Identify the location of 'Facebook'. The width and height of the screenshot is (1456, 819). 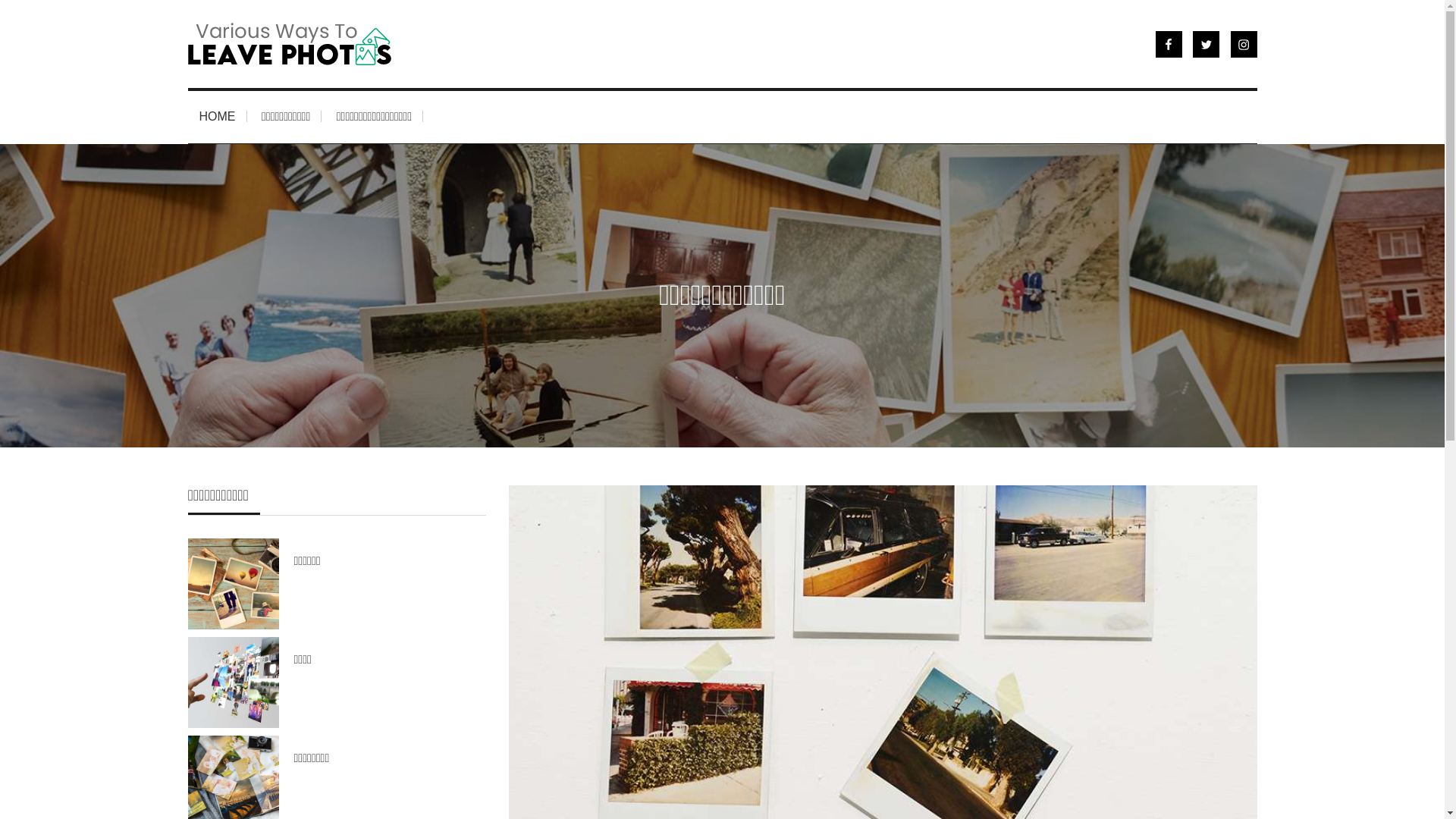
(1168, 42).